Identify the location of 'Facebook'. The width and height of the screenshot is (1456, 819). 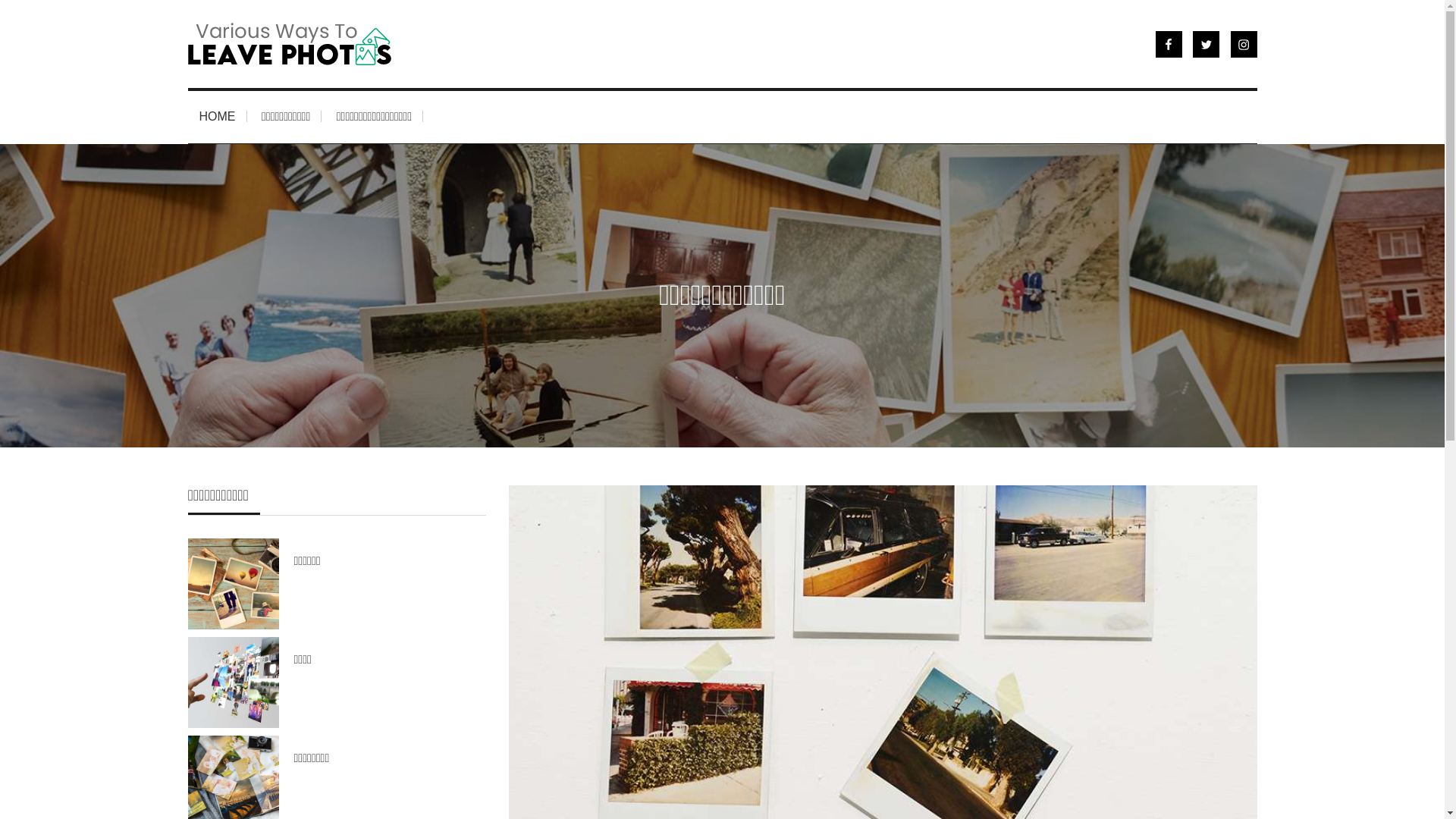
(1168, 42).